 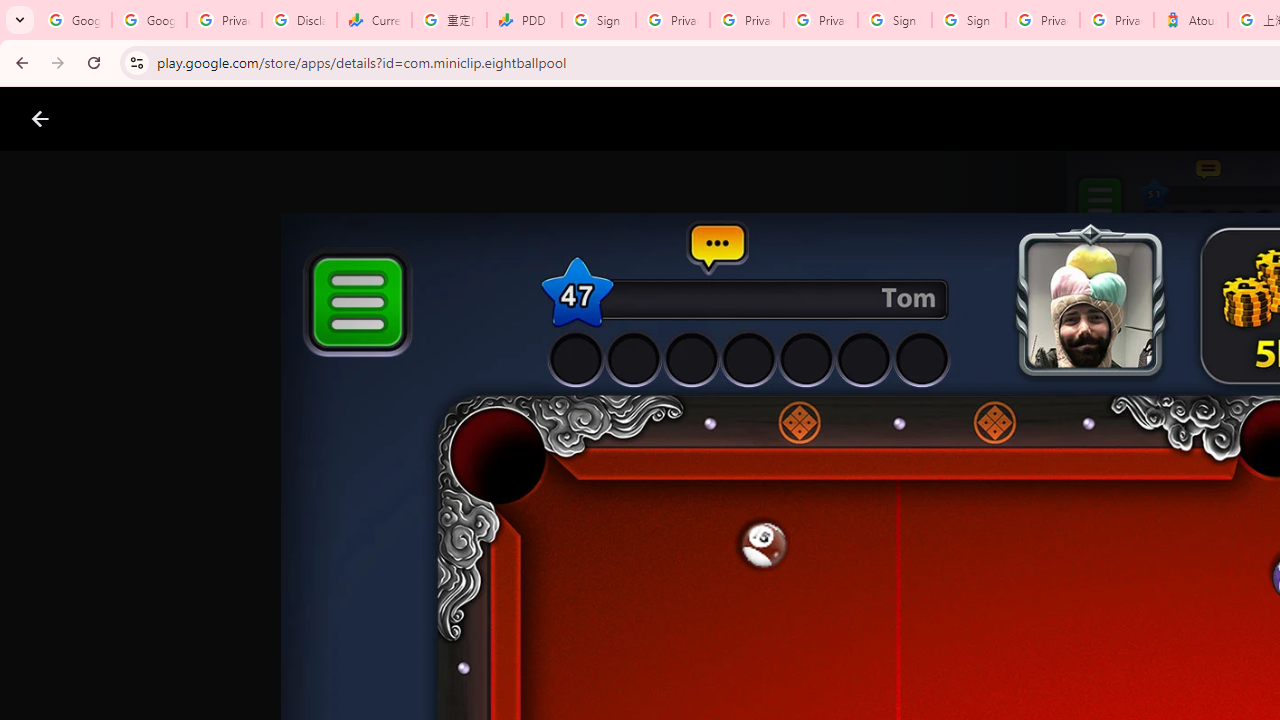 I want to click on 'Close screenshot viewer', so click(x=39, y=119).